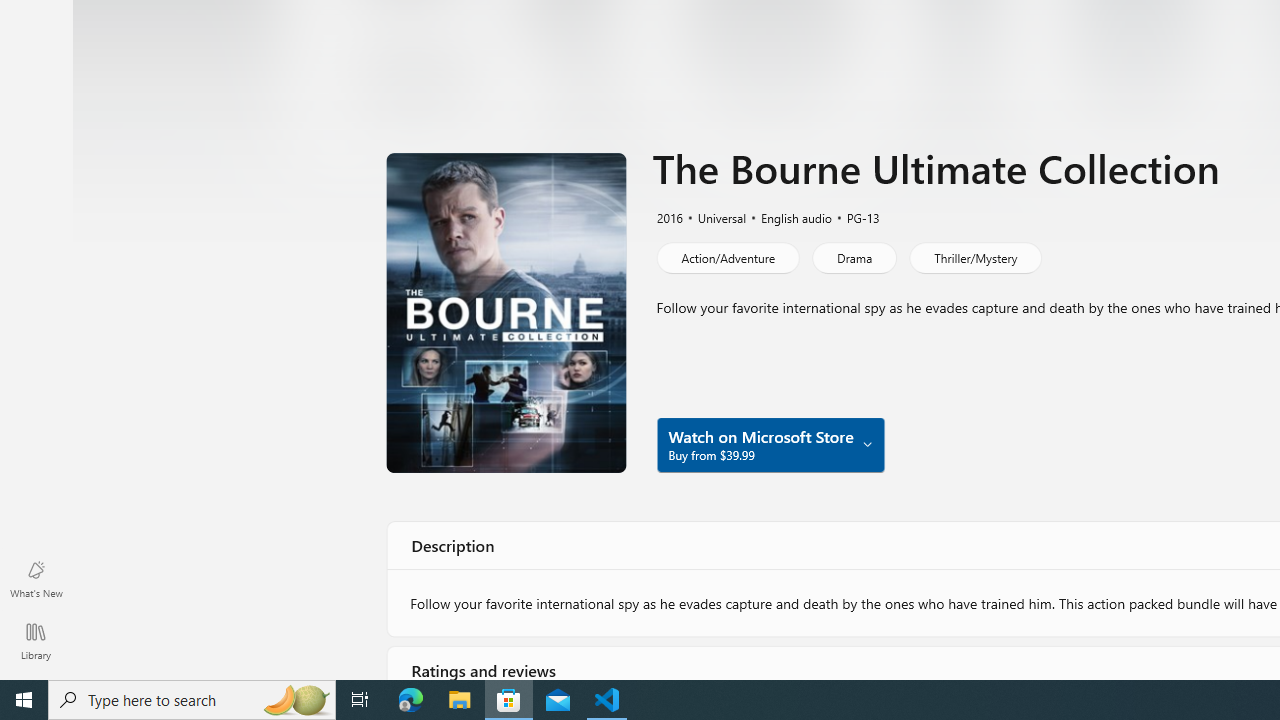 The image size is (1280, 720). Describe the element at coordinates (35, 578) in the screenshot. I see `'What'` at that location.